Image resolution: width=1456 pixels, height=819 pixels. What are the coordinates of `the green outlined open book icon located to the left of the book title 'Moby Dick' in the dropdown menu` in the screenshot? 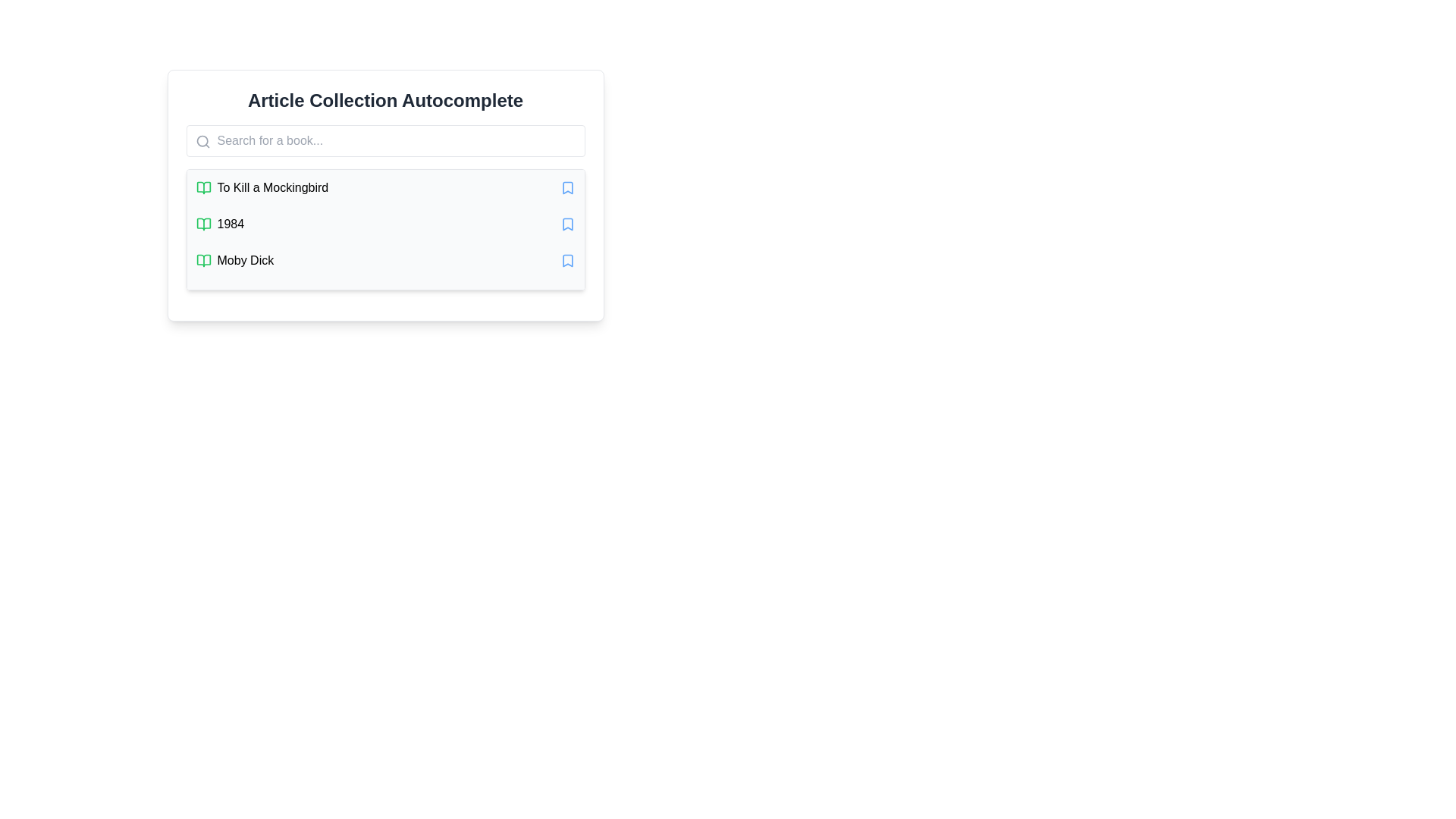 It's located at (202, 259).